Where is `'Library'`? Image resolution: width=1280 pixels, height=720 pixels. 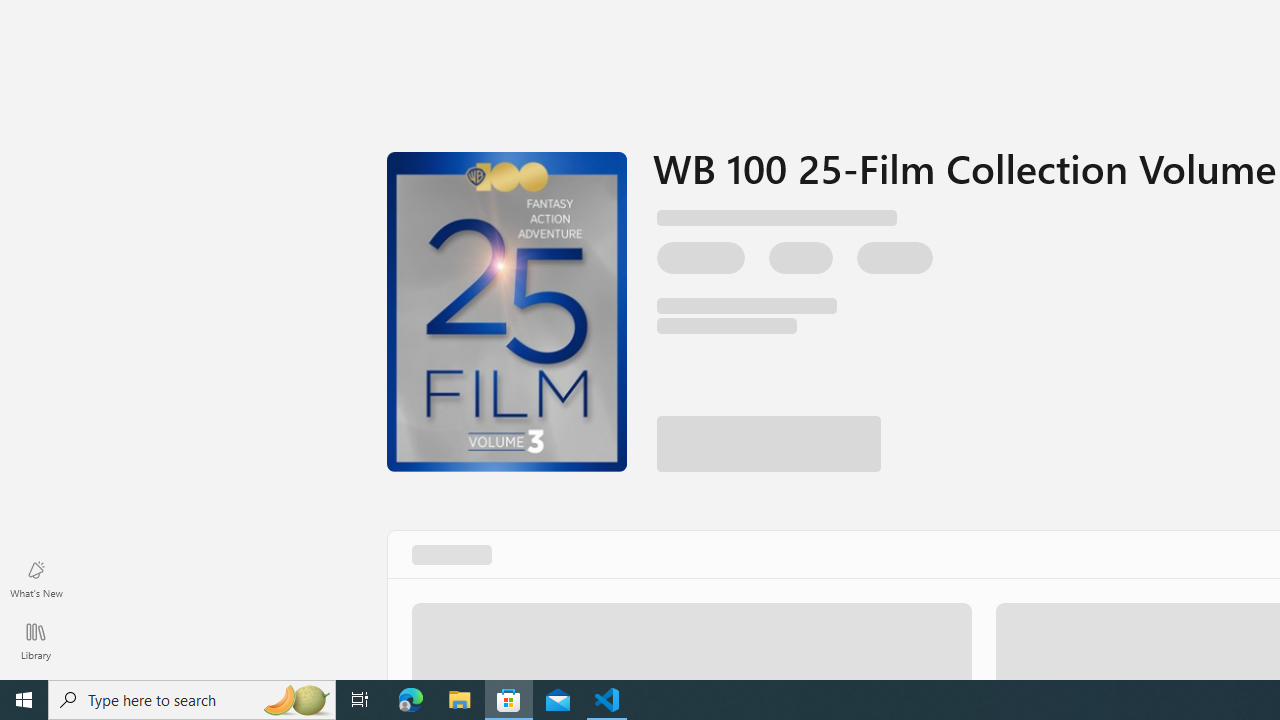 'Library' is located at coordinates (35, 640).